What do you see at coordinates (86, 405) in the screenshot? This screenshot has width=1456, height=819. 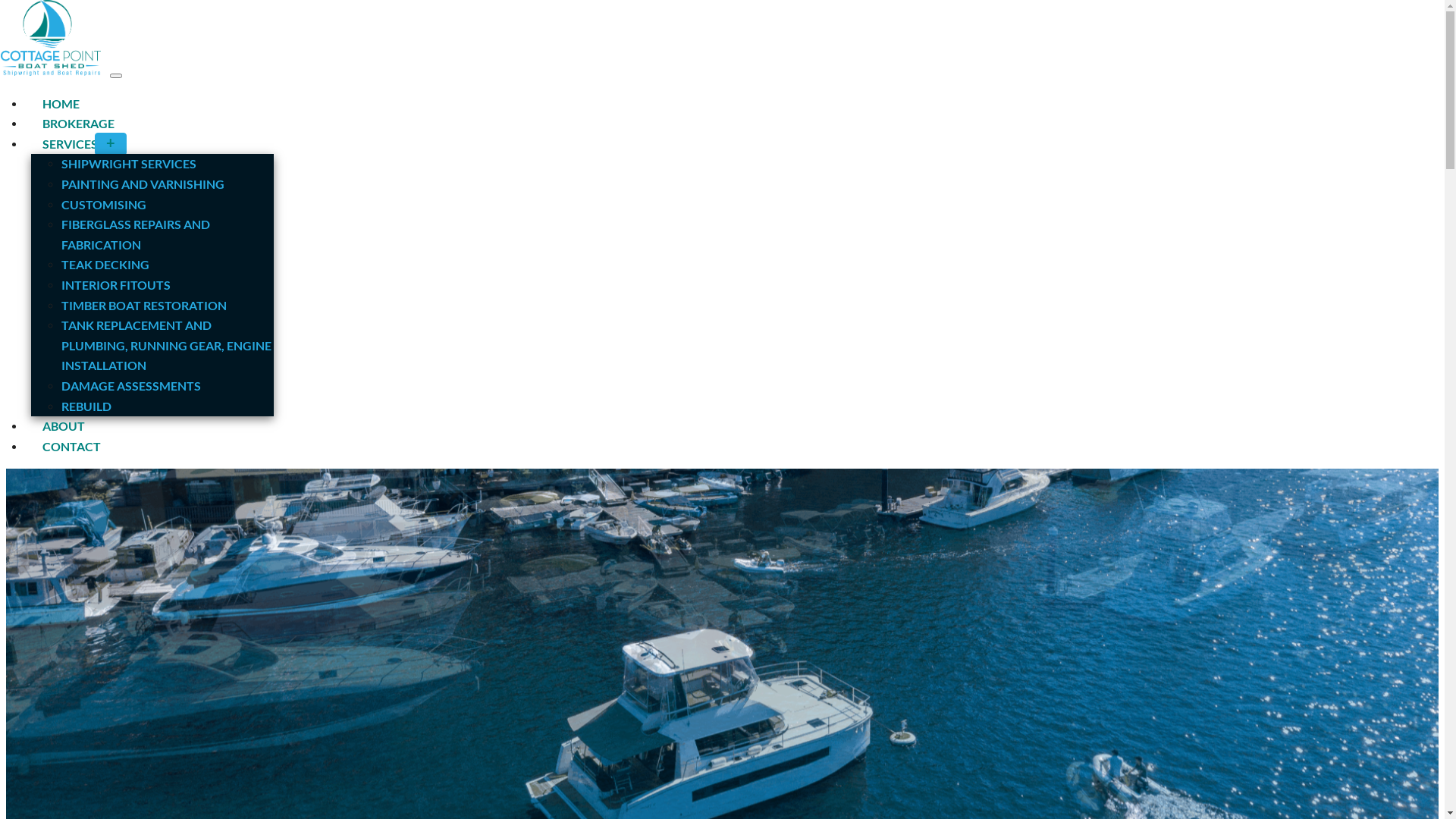 I see `'REBUILD'` at bounding box center [86, 405].